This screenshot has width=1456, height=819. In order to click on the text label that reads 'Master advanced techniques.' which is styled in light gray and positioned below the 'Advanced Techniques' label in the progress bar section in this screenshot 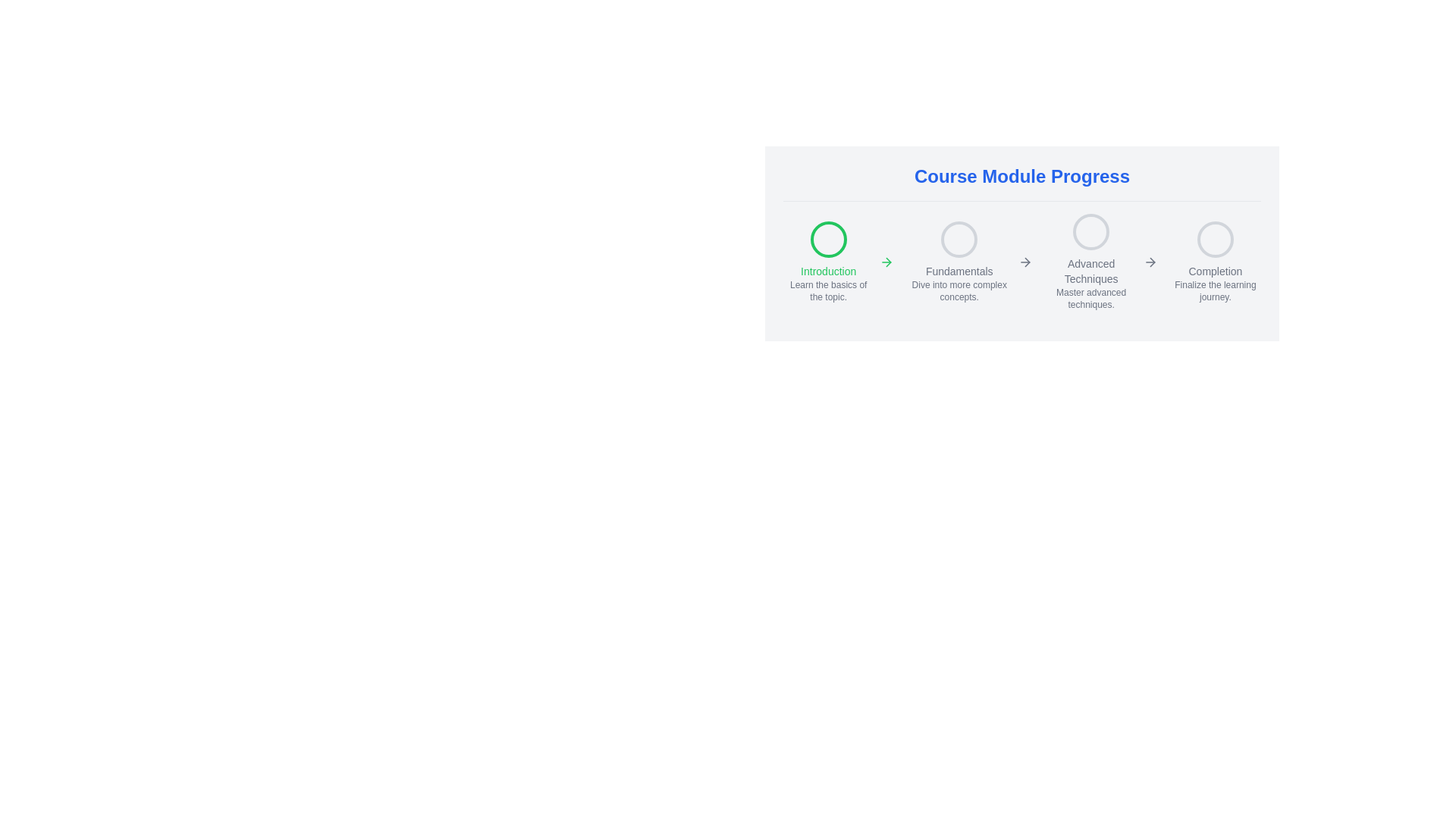, I will do `click(1090, 298)`.